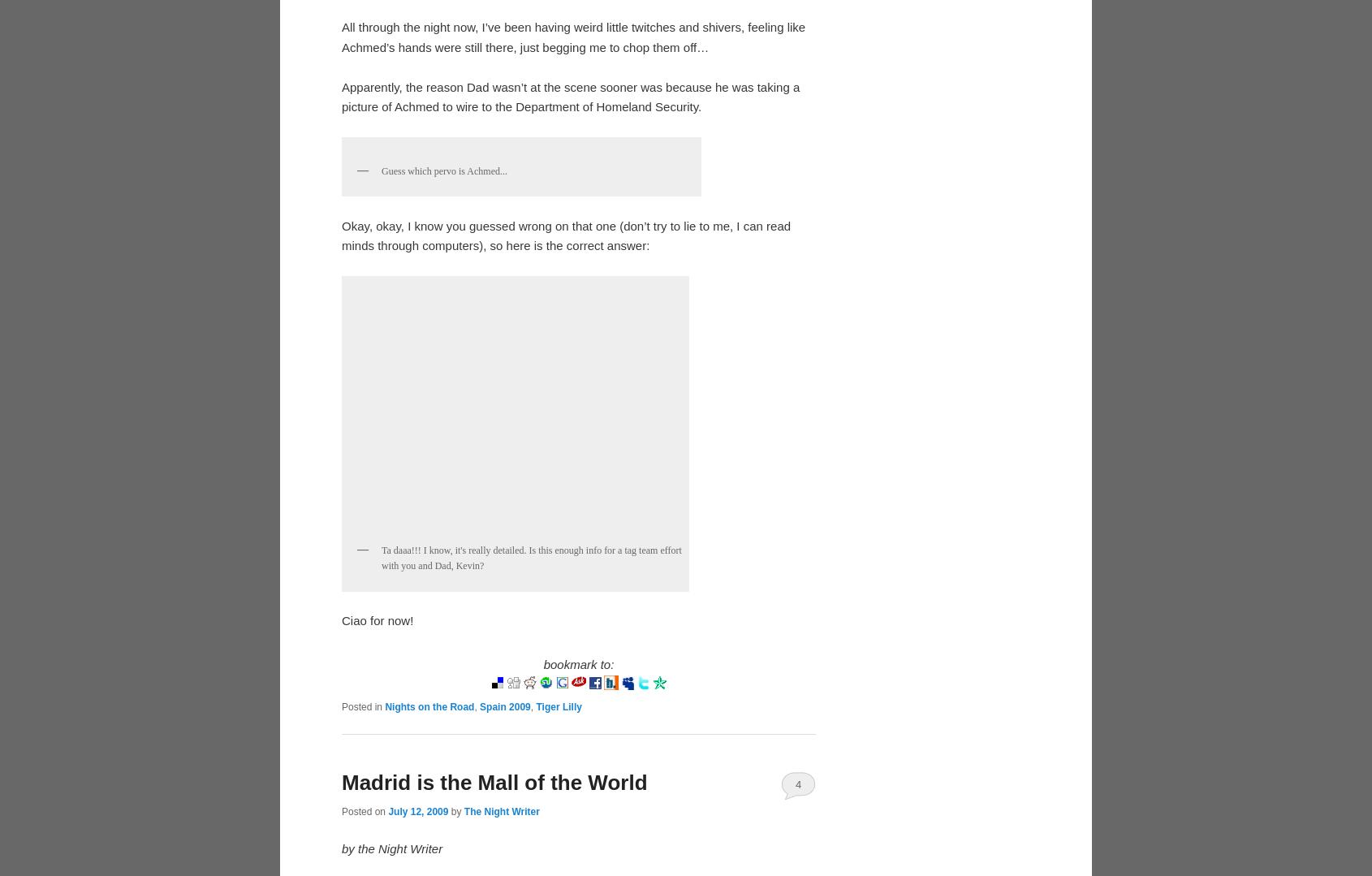 Image resolution: width=1372 pixels, height=876 pixels. What do you see at coordinates (381, 34) in the screenshot?
I see `'Oct'` at bounding box center [381, 34].